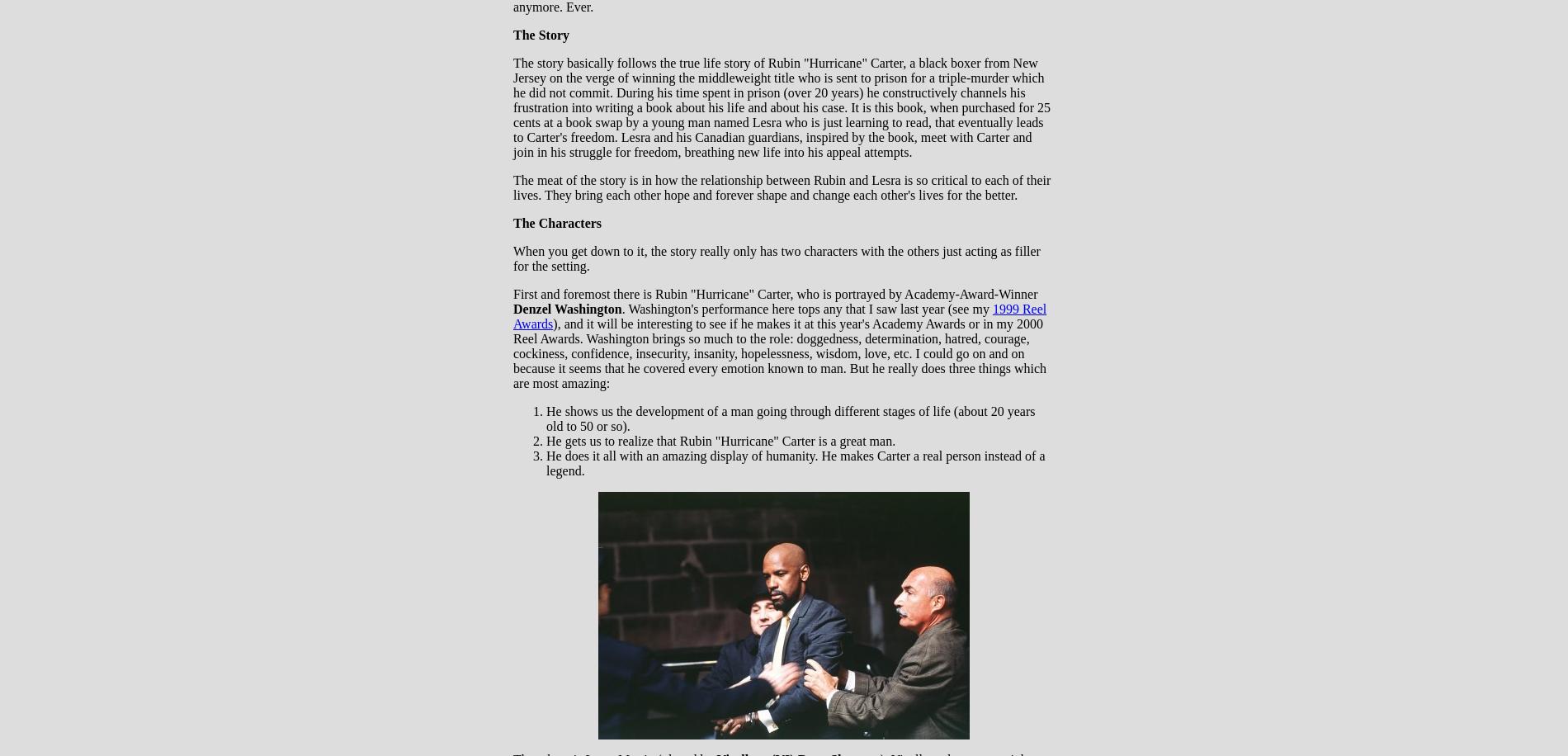 The height and width of the screenshot is (756, 1568). I want to click on 'The Characters', so click(557, 223).